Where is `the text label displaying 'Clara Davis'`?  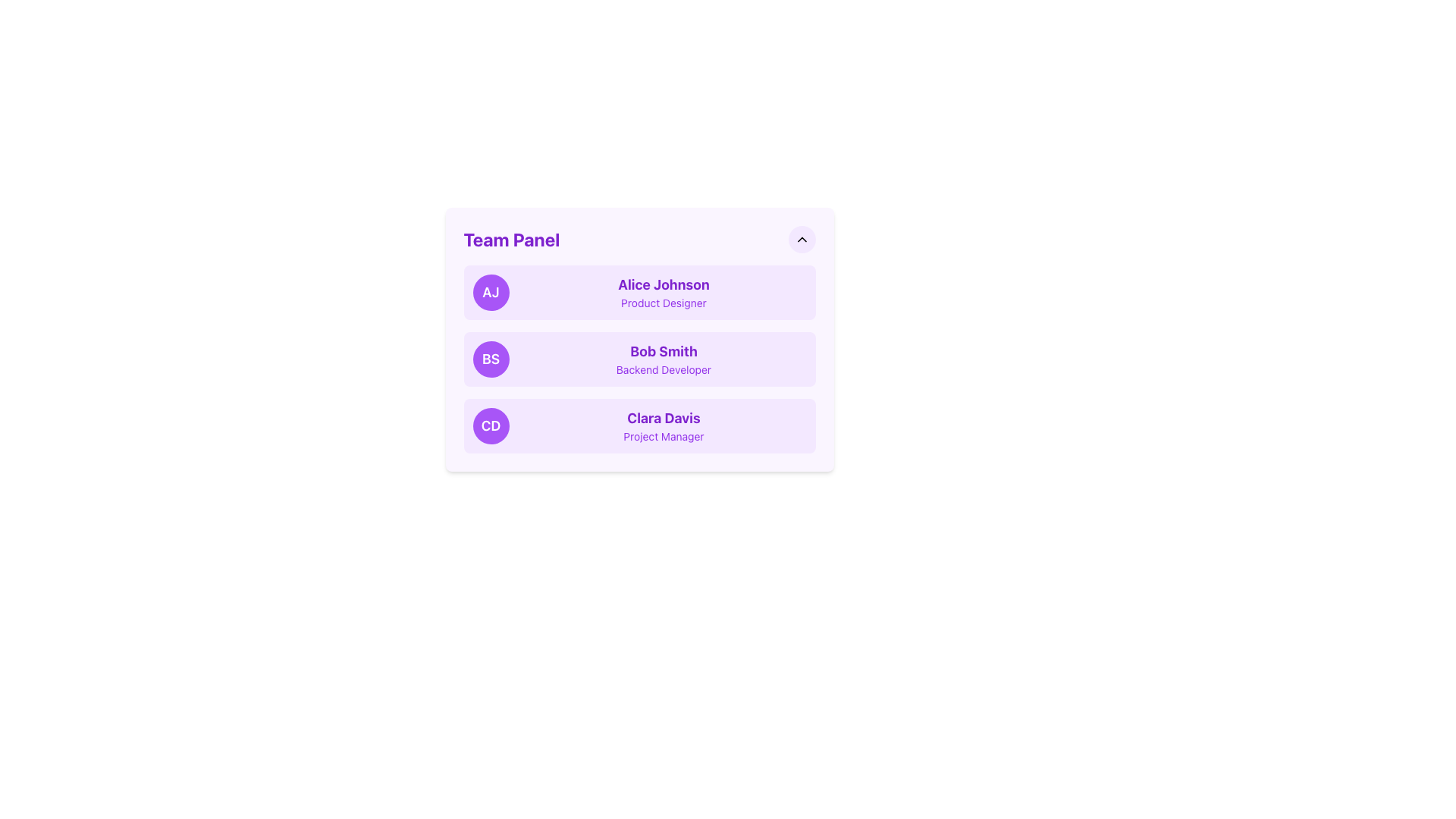 the text label displaying 'Clara Davis' is located at coordinates (664, 418).